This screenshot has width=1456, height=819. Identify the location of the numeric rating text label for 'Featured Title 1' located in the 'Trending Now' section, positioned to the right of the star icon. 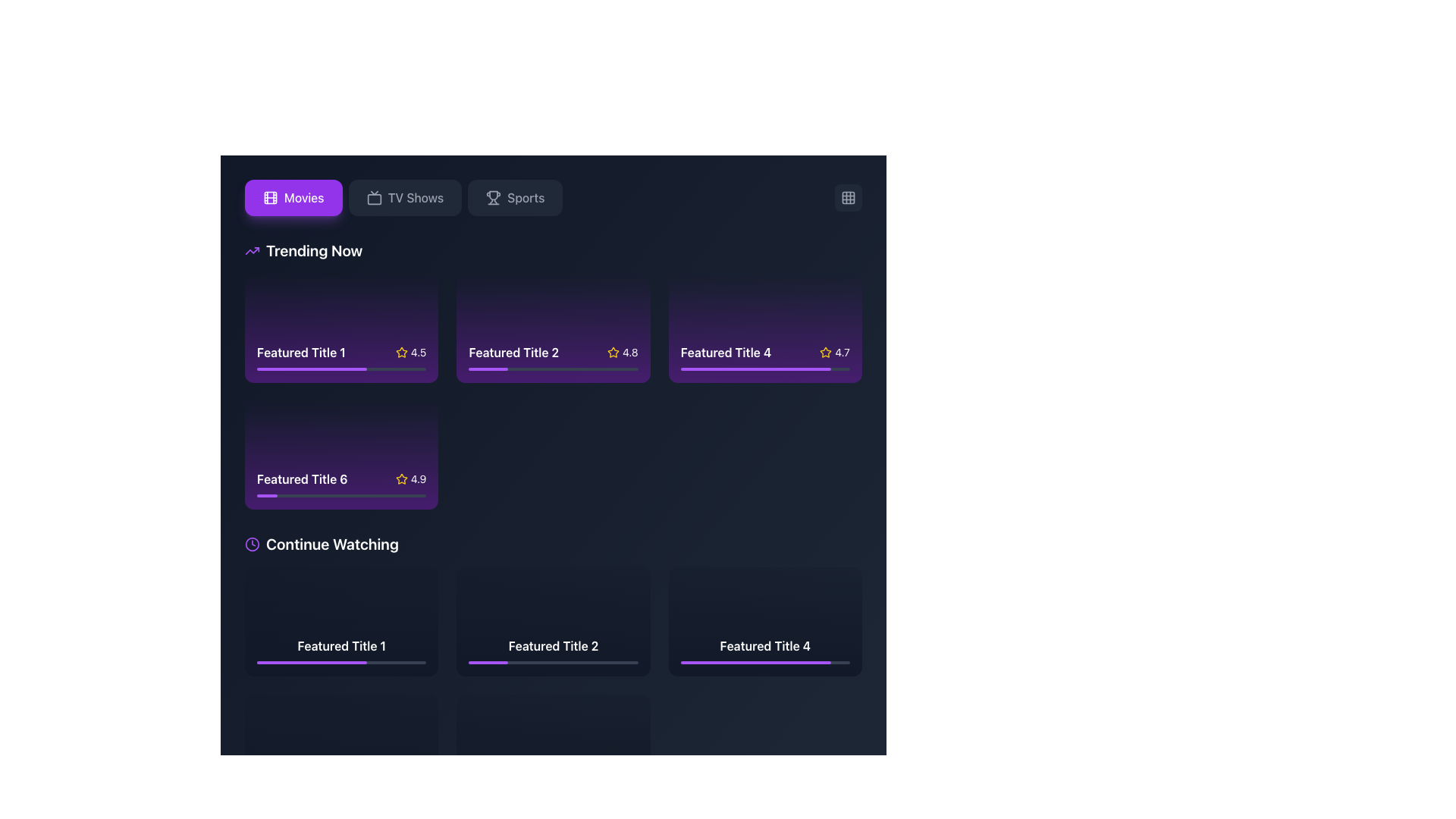
(419, 352).